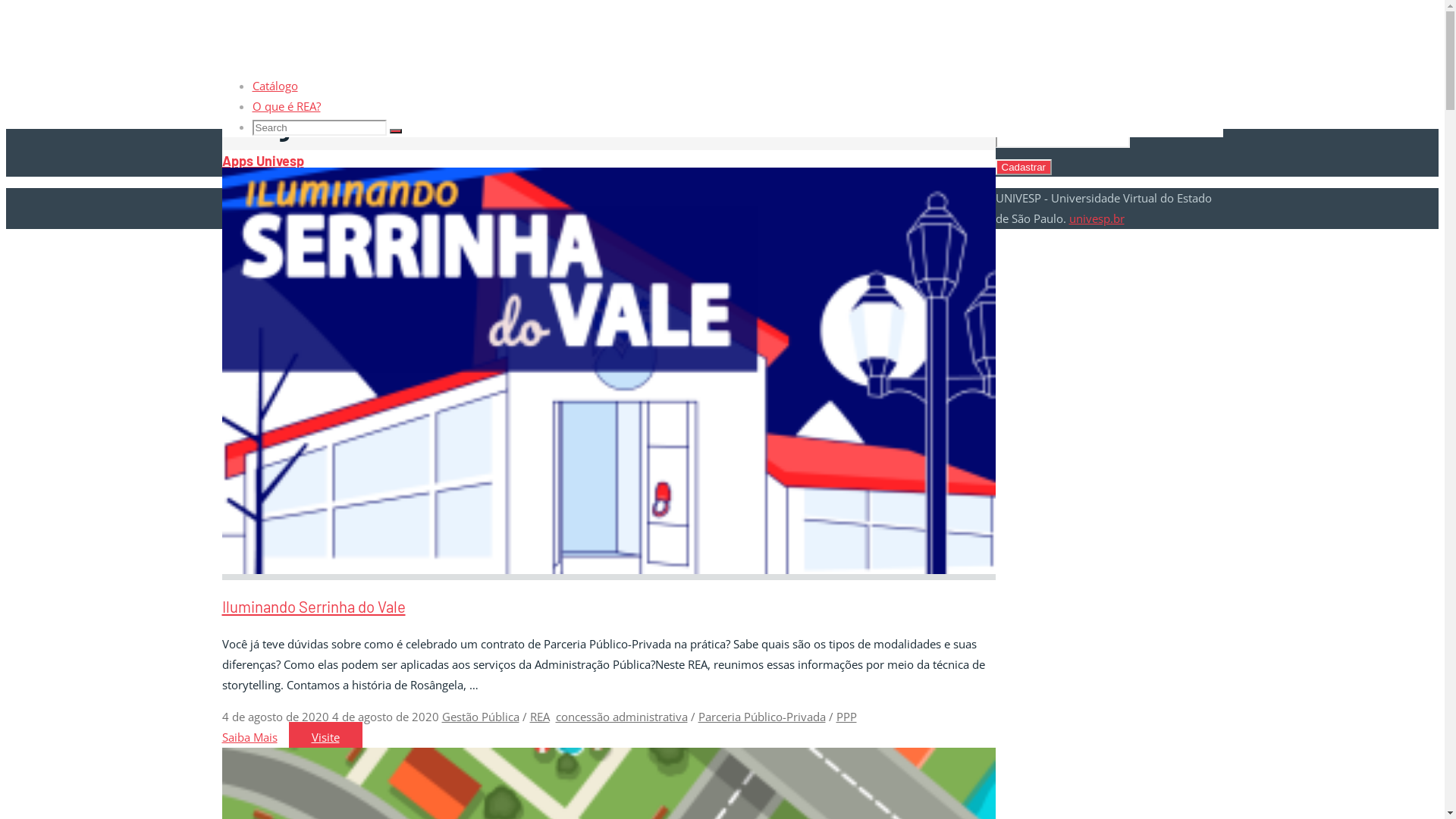  What do you see at coordinates (1023, 167) in the screenshot?
I see `'Cadastrar'` at bounding box center [1023, 167].